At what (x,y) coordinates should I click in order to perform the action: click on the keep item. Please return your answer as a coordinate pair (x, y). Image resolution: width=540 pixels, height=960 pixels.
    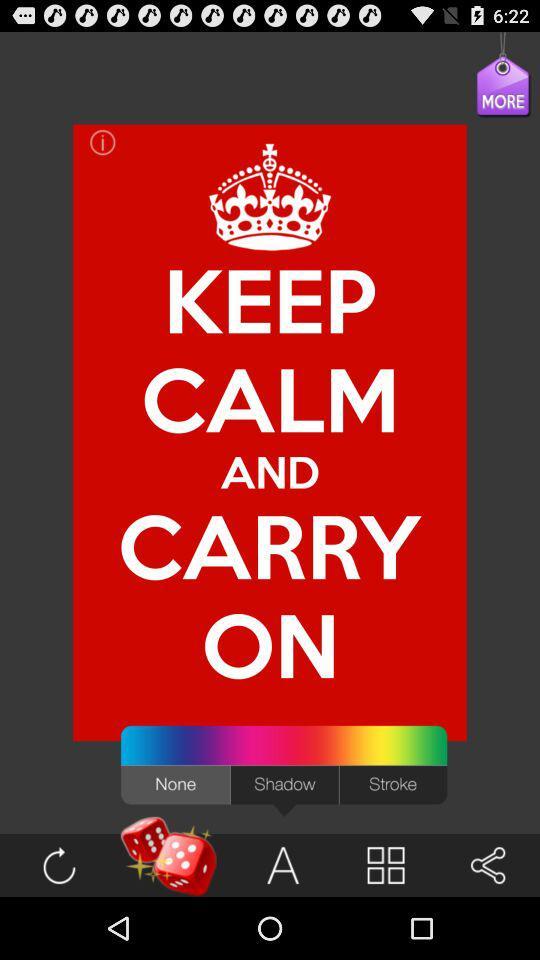
    Looking at the image, I should click on (270, 299).